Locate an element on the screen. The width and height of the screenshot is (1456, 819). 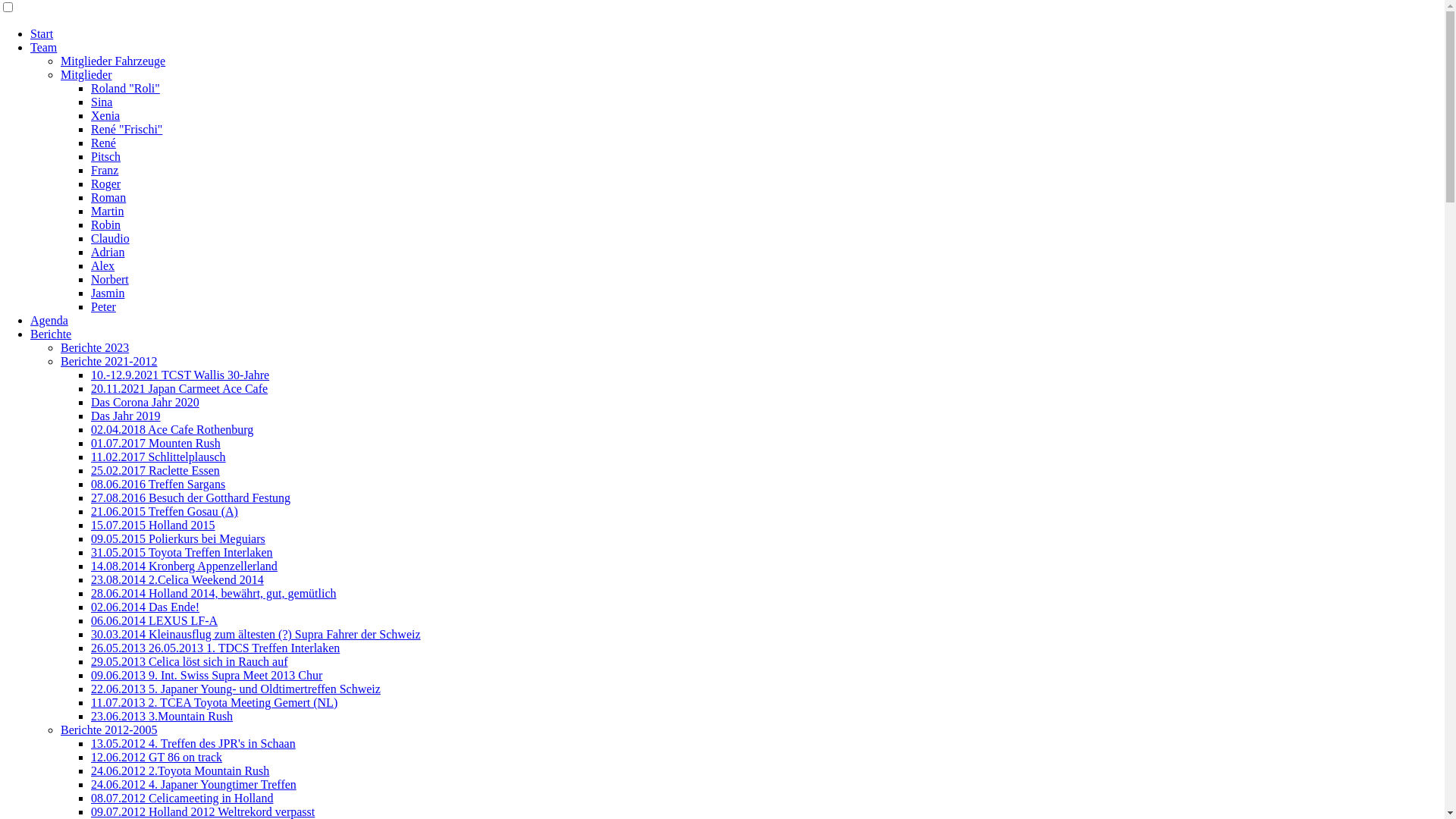
'25.02.2017 Raclette Essen' is located at coordinates (155, 469).